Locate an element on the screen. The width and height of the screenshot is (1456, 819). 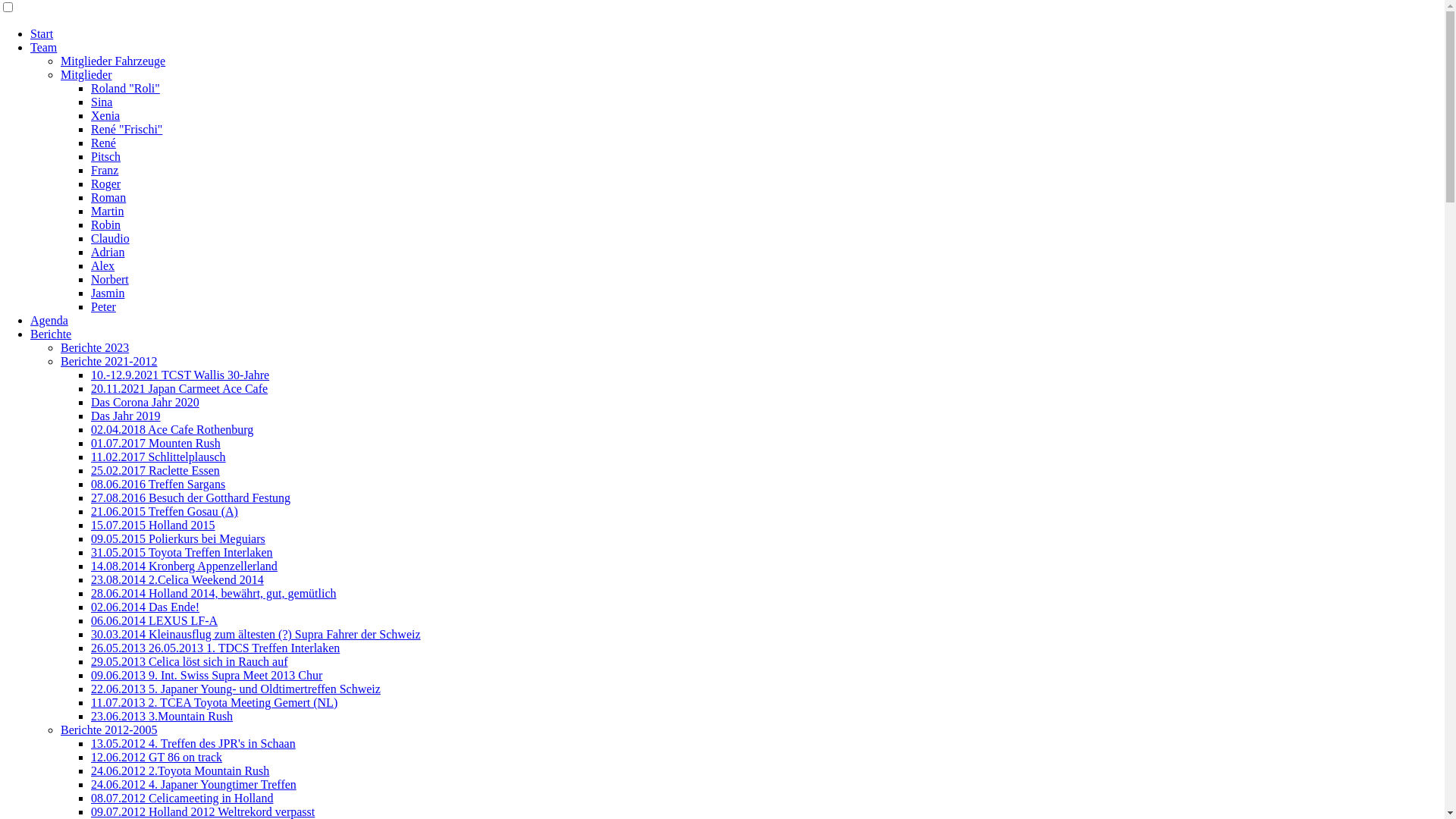
'25.02.2017 Raclette Essen' is located at coordinates (155, 469).